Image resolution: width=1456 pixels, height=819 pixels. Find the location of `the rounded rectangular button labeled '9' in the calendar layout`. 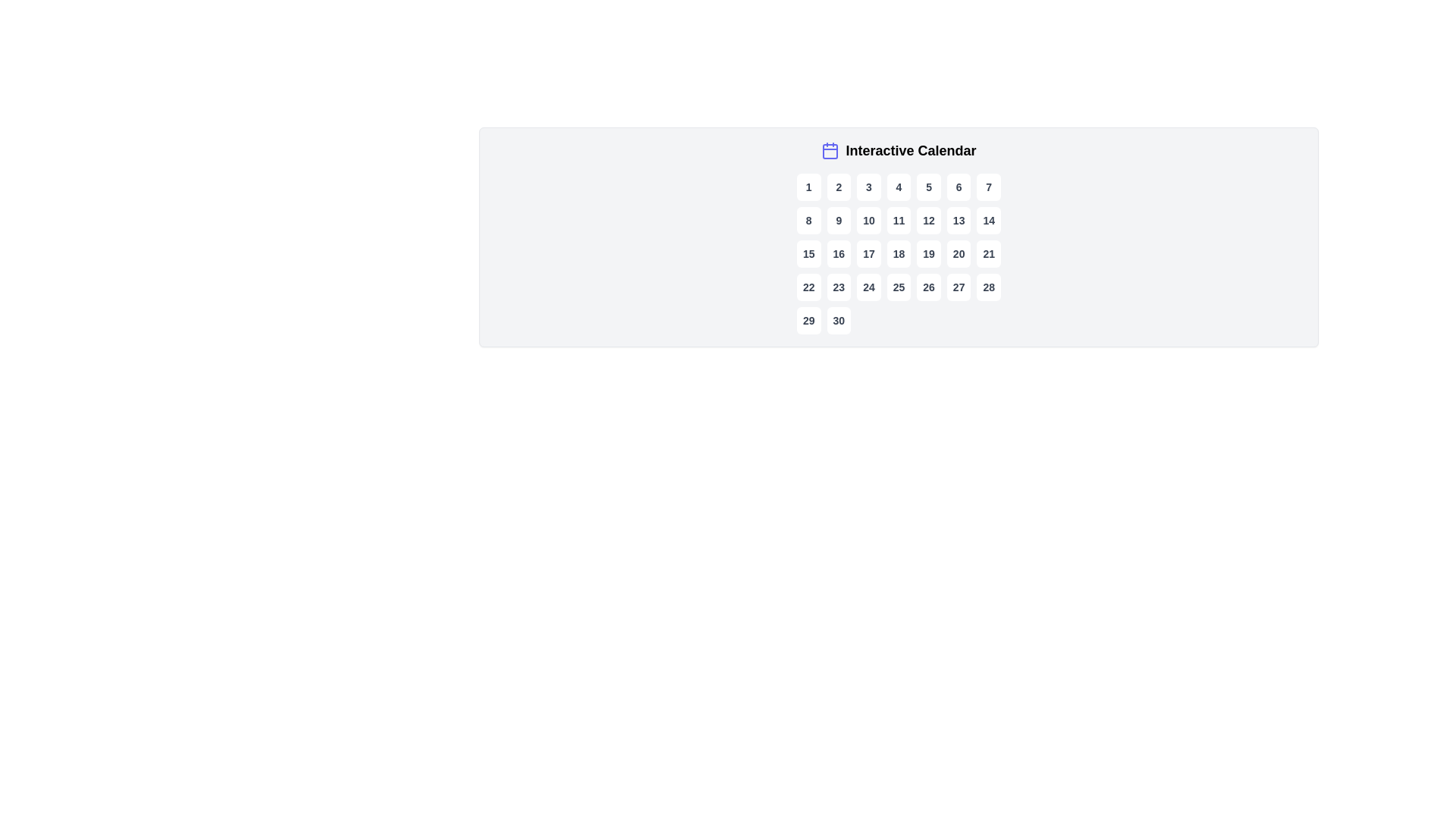

the rounded rectangular button labeled '9' in the calendar layout is located at coordinates (838, 220).